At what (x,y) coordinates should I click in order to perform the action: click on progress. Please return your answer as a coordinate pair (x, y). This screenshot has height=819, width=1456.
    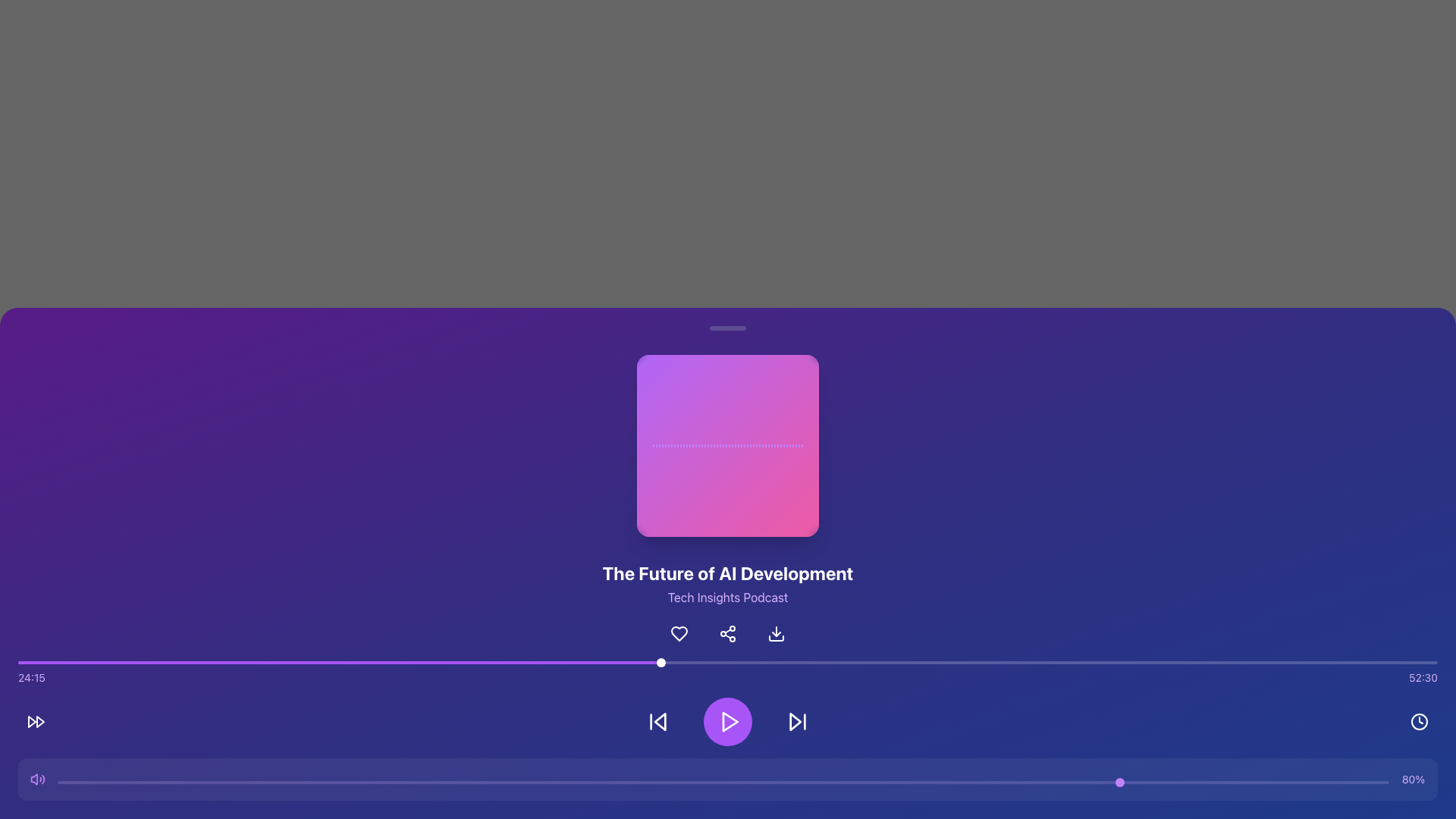
    Looking at the image, I should click on (139, 662).